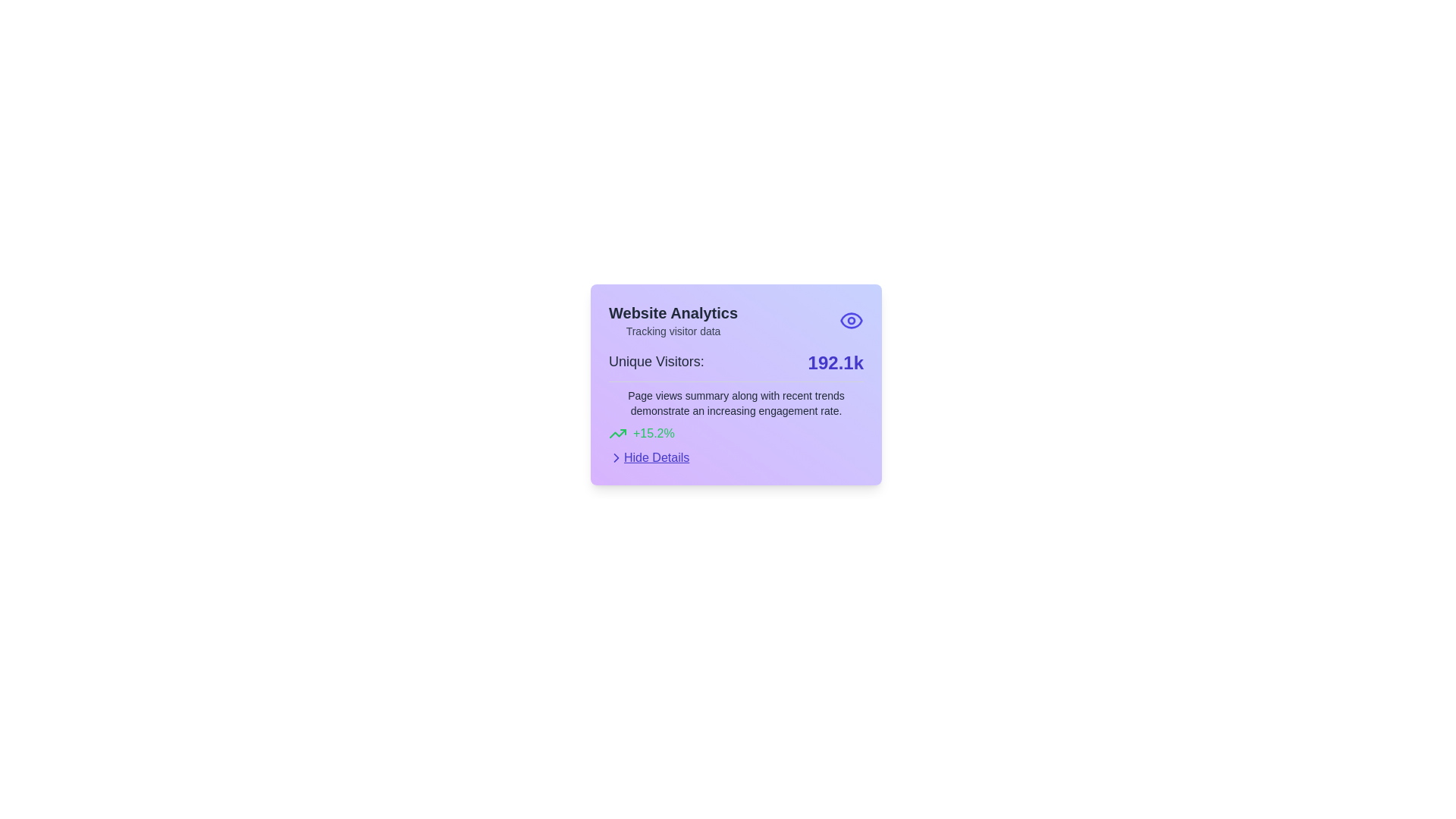  What do you see at coordinates (835, 362) in the screenshot?
I see `displayed numeric value '192.1k' from the text label styled in a large, bold, dark indigo font, located beside the label 'Unique Visitors:' in a data card with a purple background` at bounding box center [835, 362].